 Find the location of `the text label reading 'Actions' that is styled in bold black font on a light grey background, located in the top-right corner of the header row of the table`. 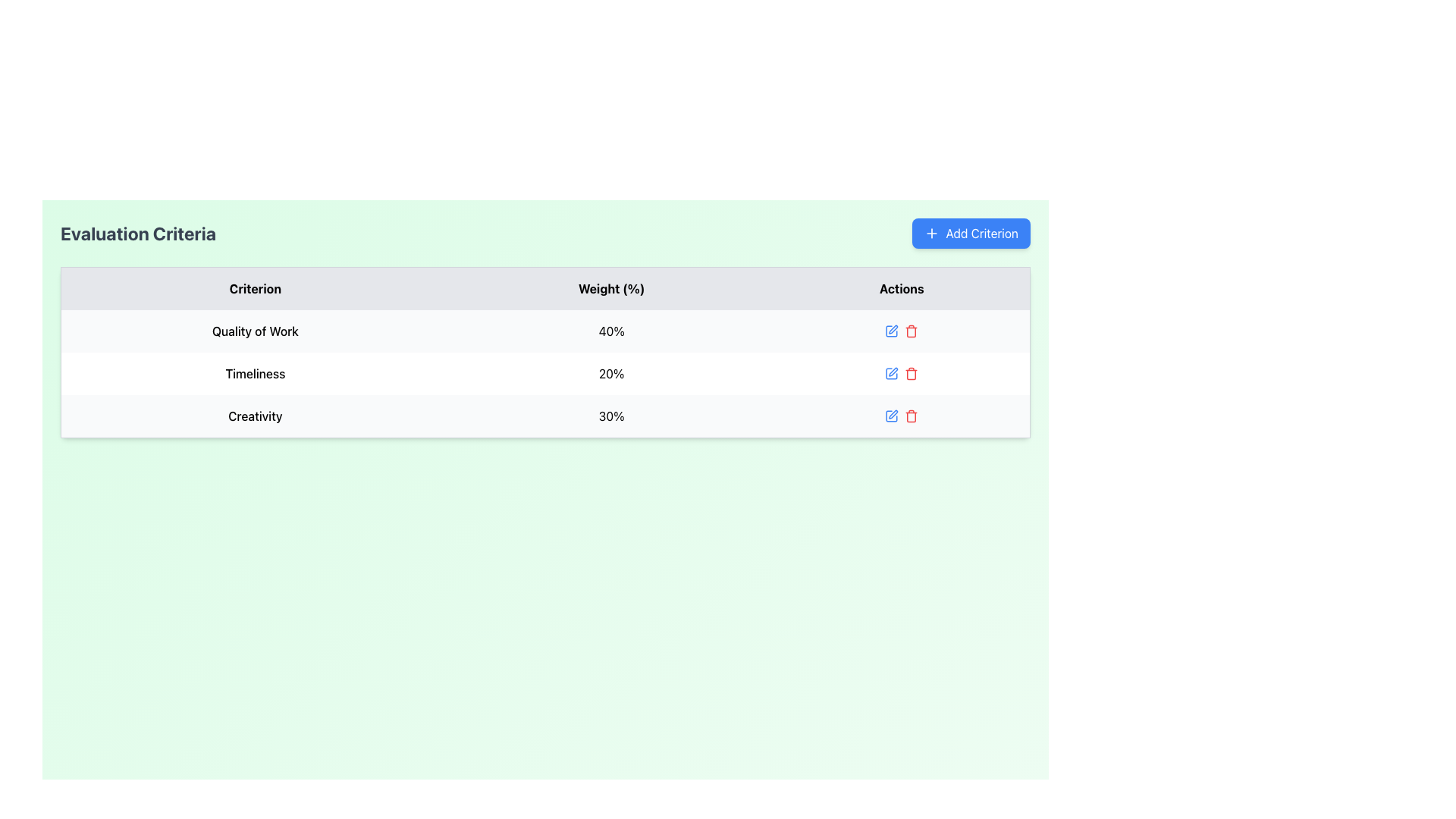

the text label reading 'Actions' that is styled in bold black font on a light grey background, located in the top-right corner of the header row of the table is located at coordinates (902, 288).